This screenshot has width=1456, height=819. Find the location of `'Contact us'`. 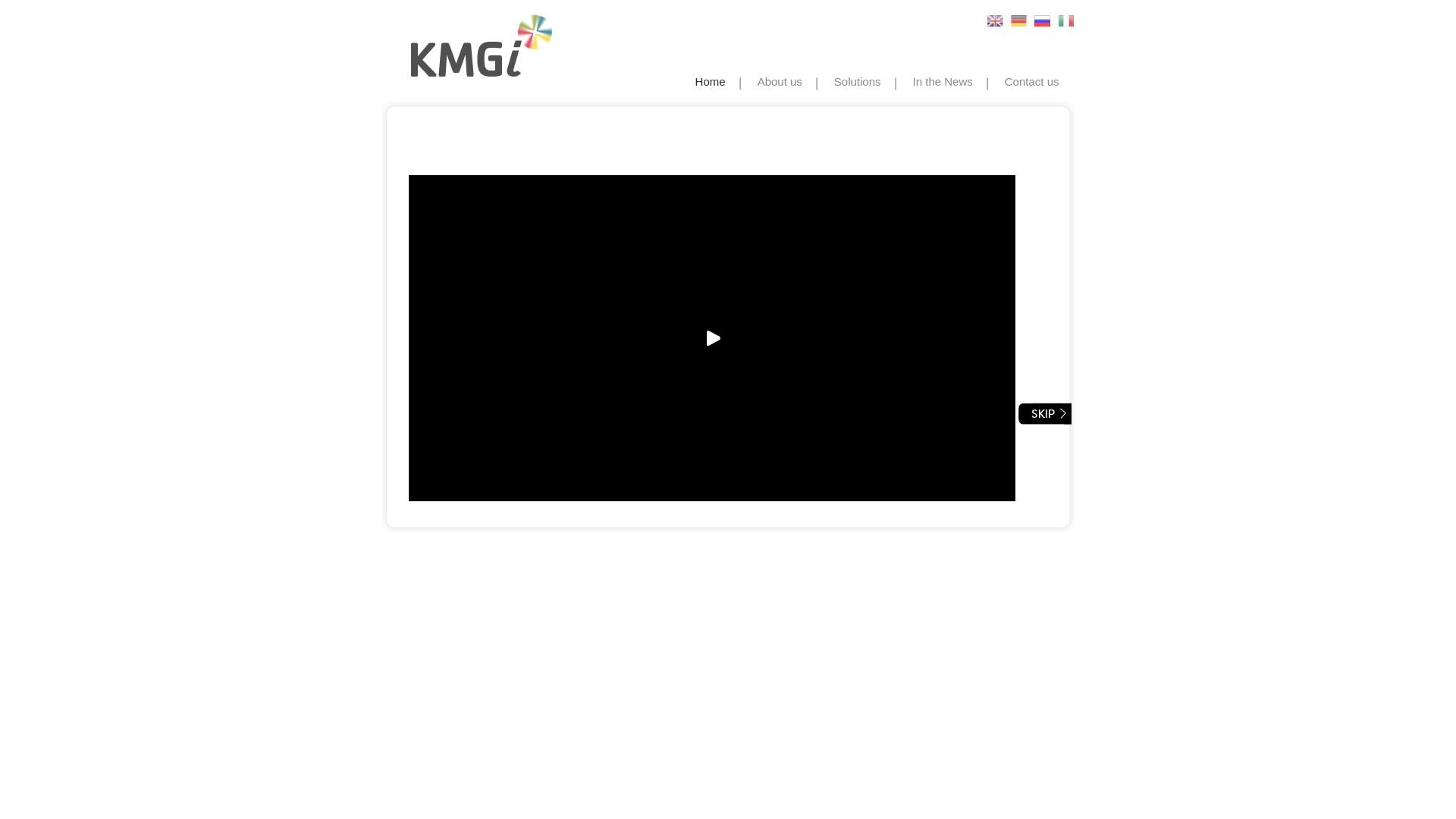

'Contact us' is located at coordinates (1031, 81).